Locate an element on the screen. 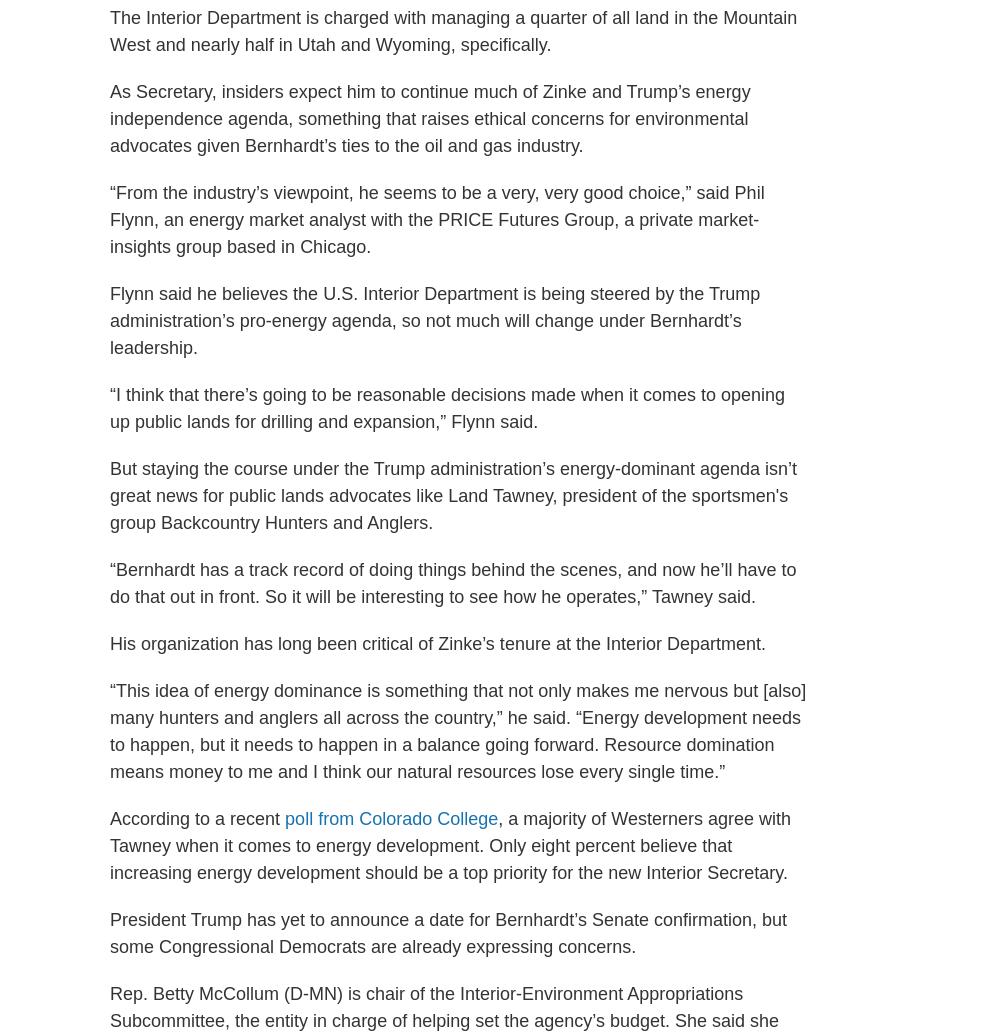 The width and height of the screenshot is (1000, 1034). 'The Interior Department is charged with managing a quarter of all land in the Mountain West and nearly half in Utah and Wyoming, specifically.' is located at coordinates (109, 30).